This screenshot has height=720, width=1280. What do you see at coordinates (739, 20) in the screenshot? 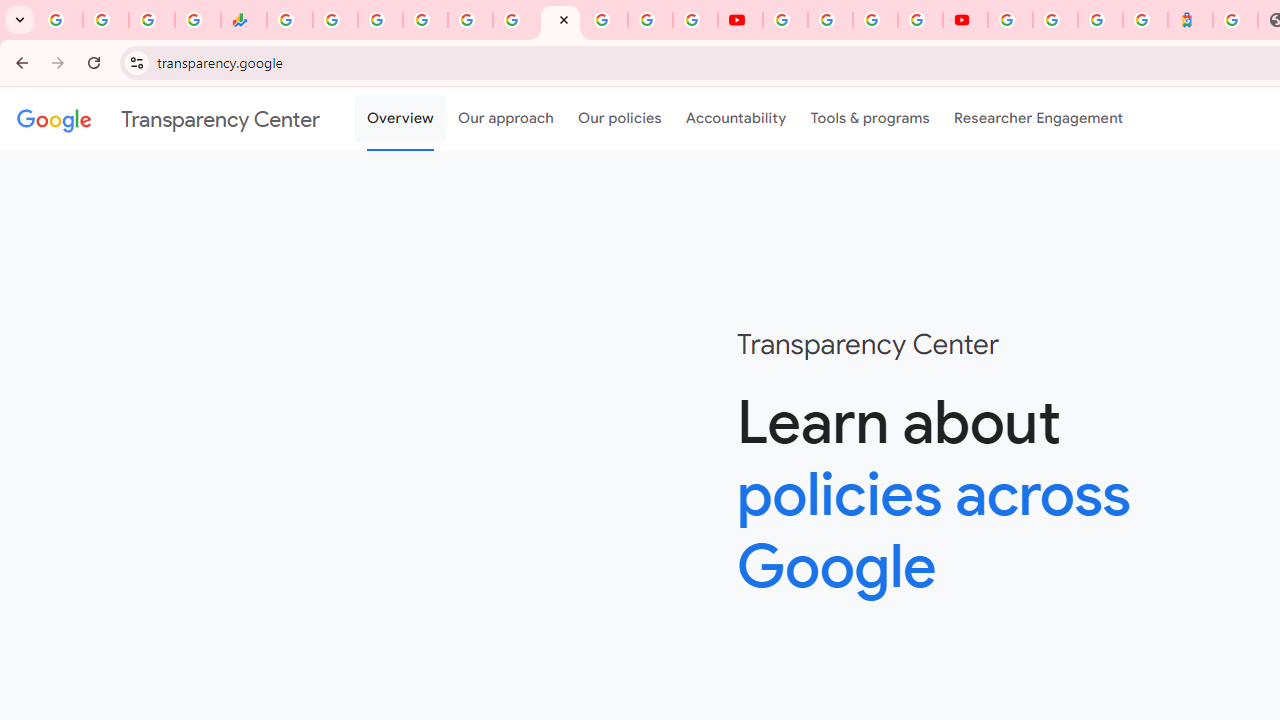
I see `'YouTube'` at bounding box center [739, 20].